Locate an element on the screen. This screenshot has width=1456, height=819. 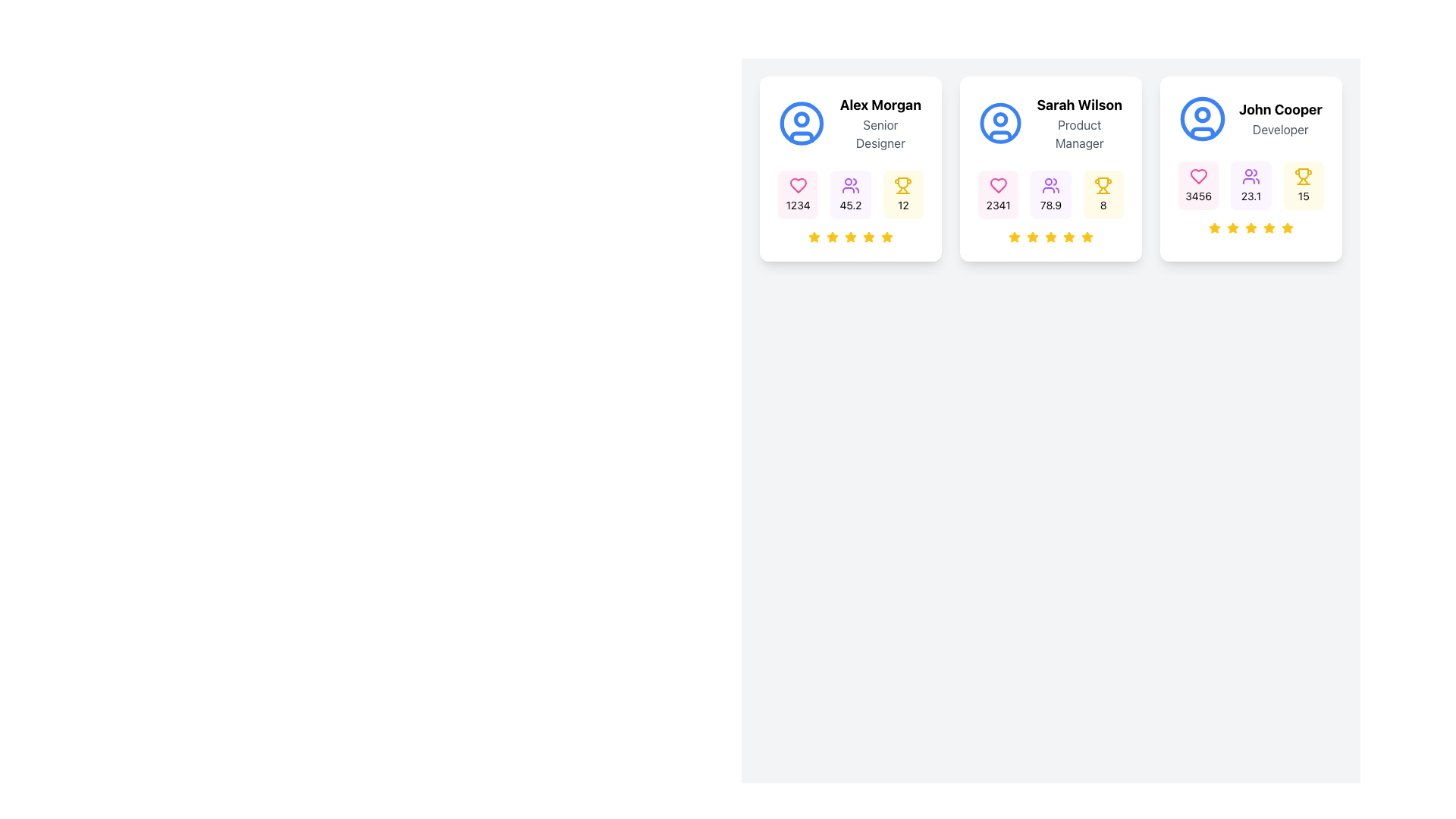
the SVG graphic representing the avatar icon for user 'John Cooper', located at the top-left corner of the card is located at coordinates (1201, 118).